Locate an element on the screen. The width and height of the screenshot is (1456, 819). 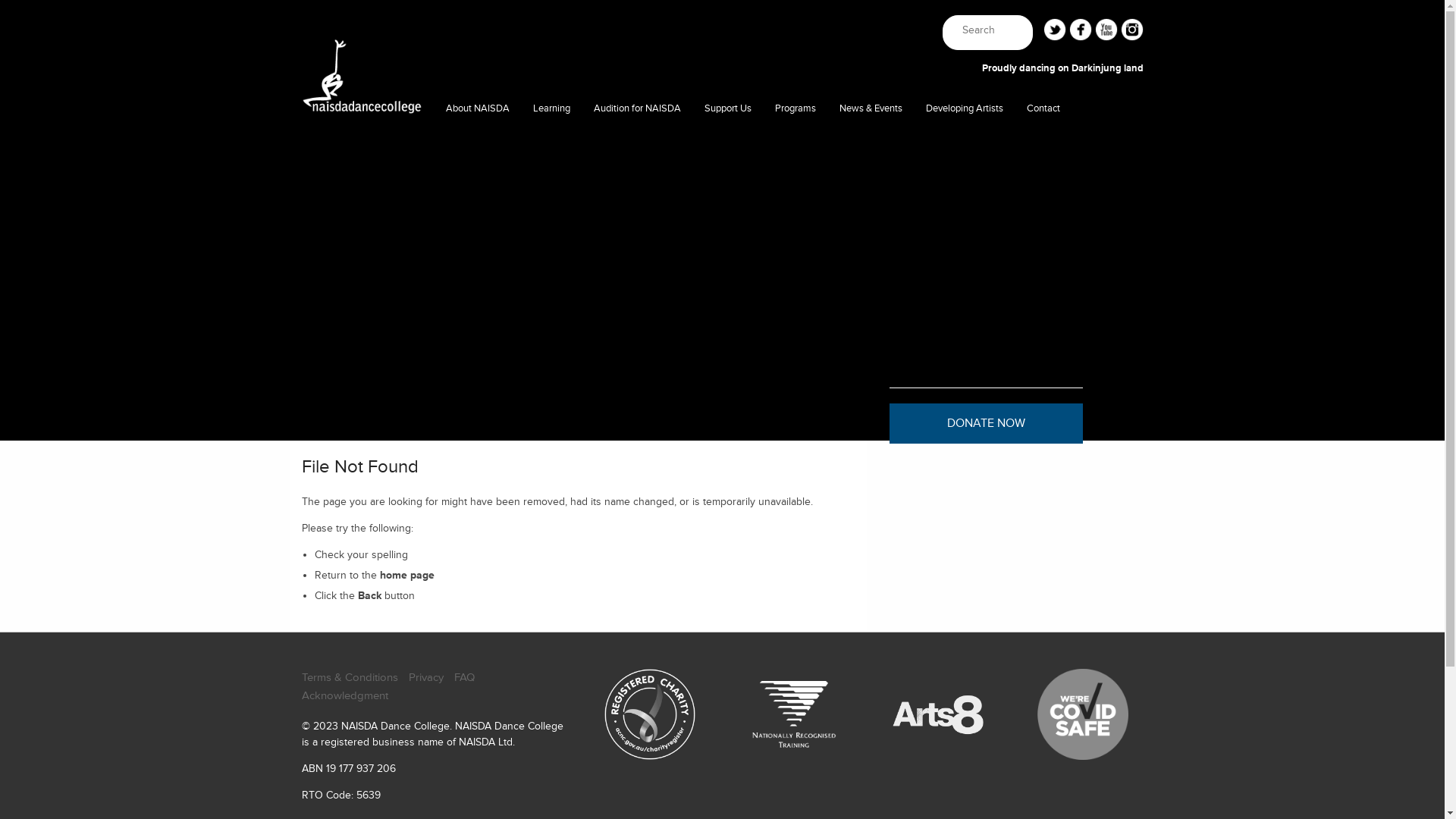
'home page' is located at coordinates (407, 575).